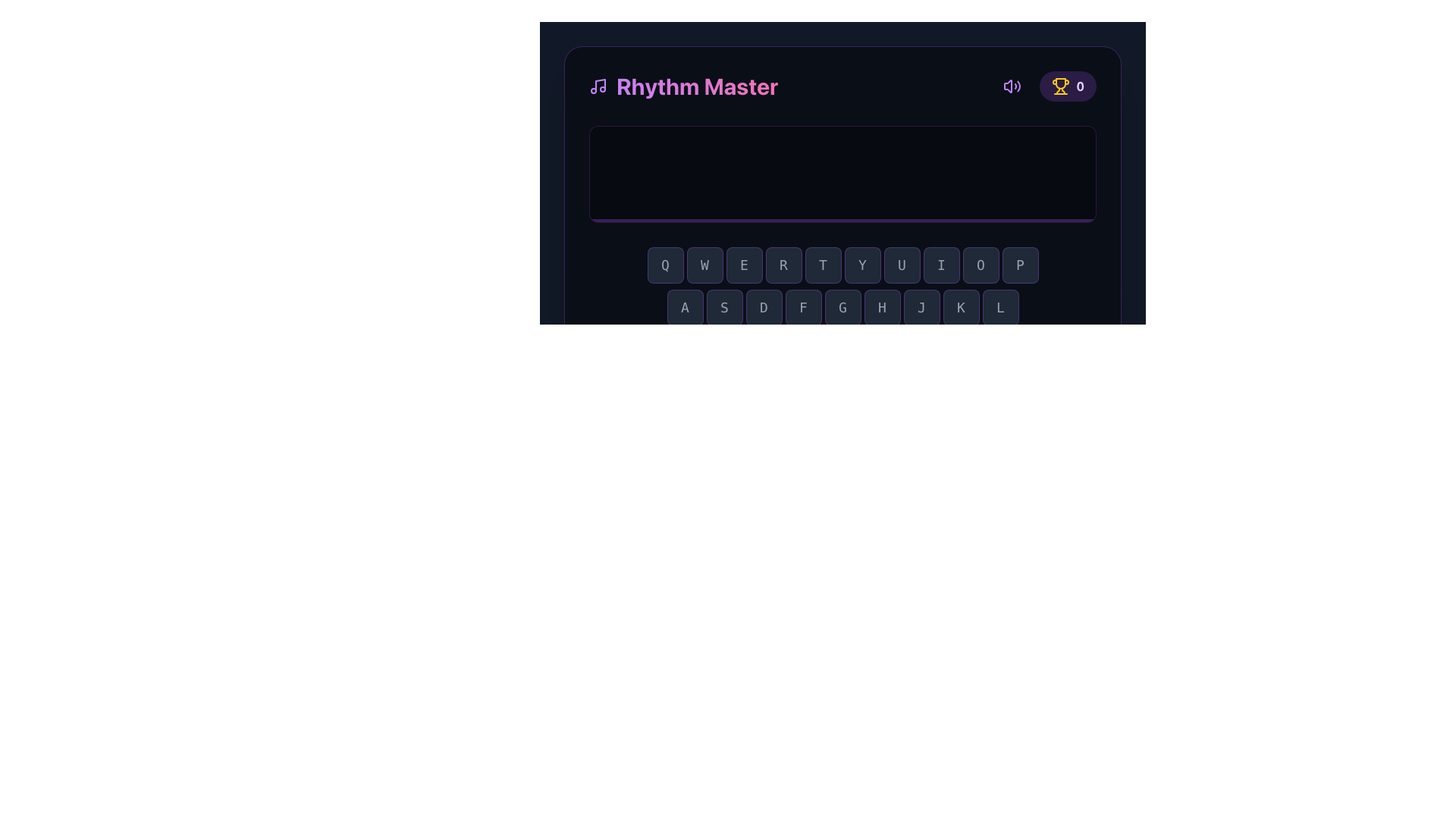 This screenshot has width=1456, height=819. Describe the element at coordinates (940, 265) in the screenshot. I see `the virtual keyboard button representing the letter 'I' located at the eighth position in a horizontal sequence of letter buttons to input the letter 'I'` at that location.